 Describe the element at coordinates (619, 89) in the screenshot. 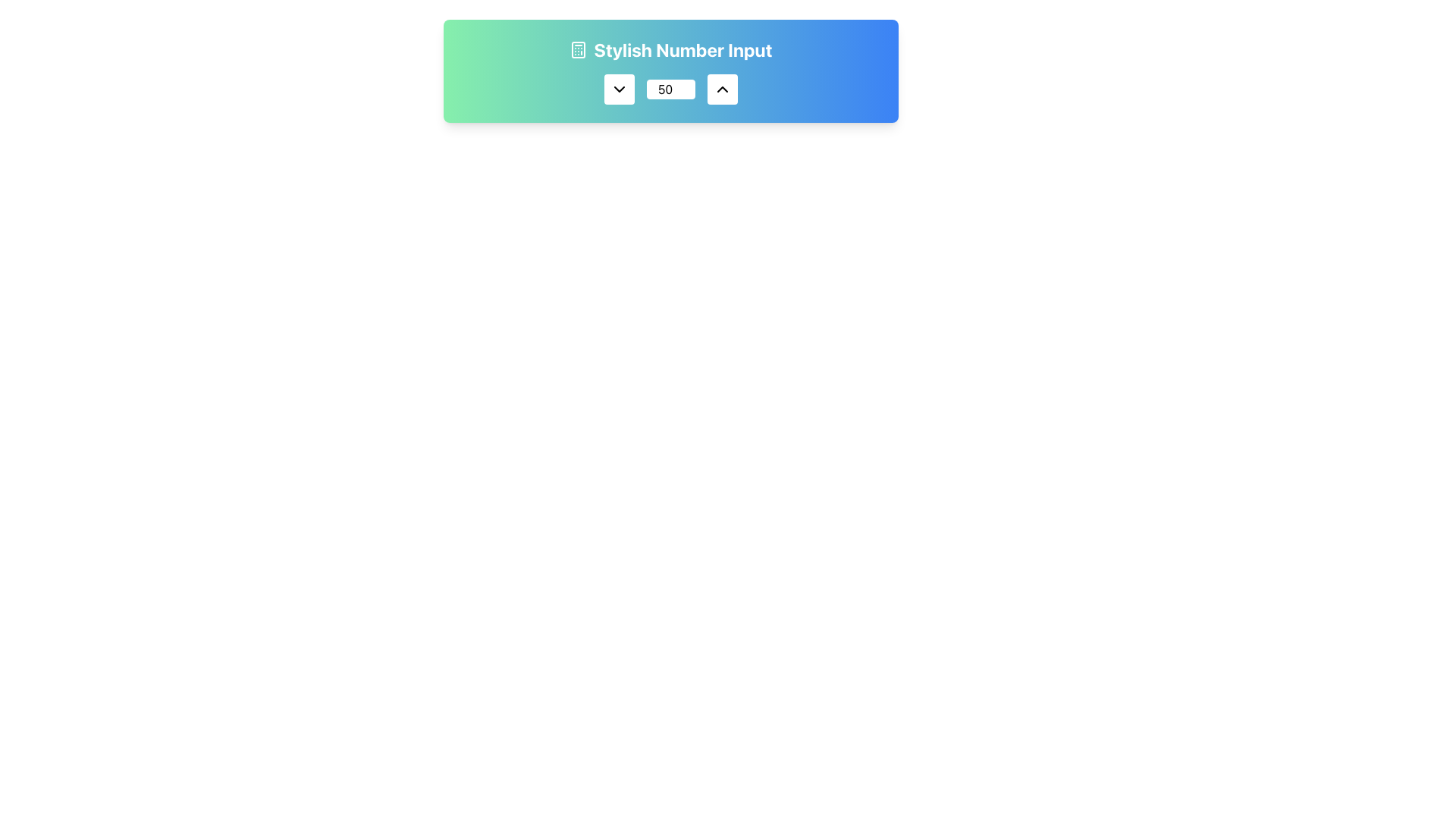

I see `the downward pointing chevron icon on the button` at that location.